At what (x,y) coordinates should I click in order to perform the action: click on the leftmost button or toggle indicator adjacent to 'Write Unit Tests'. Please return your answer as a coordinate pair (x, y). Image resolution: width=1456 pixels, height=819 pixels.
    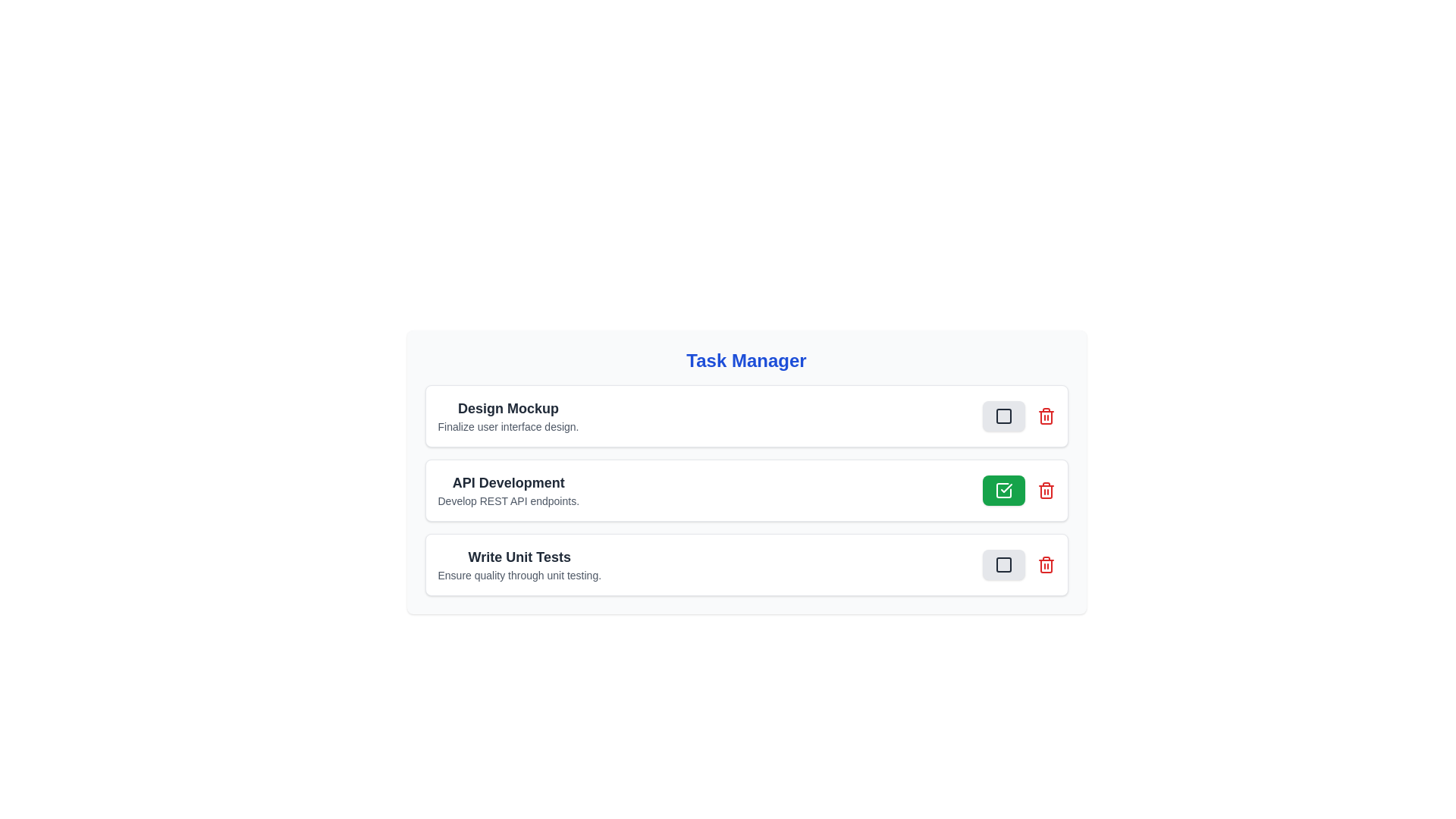
    Looking at the image, I should click on (1003, 564).